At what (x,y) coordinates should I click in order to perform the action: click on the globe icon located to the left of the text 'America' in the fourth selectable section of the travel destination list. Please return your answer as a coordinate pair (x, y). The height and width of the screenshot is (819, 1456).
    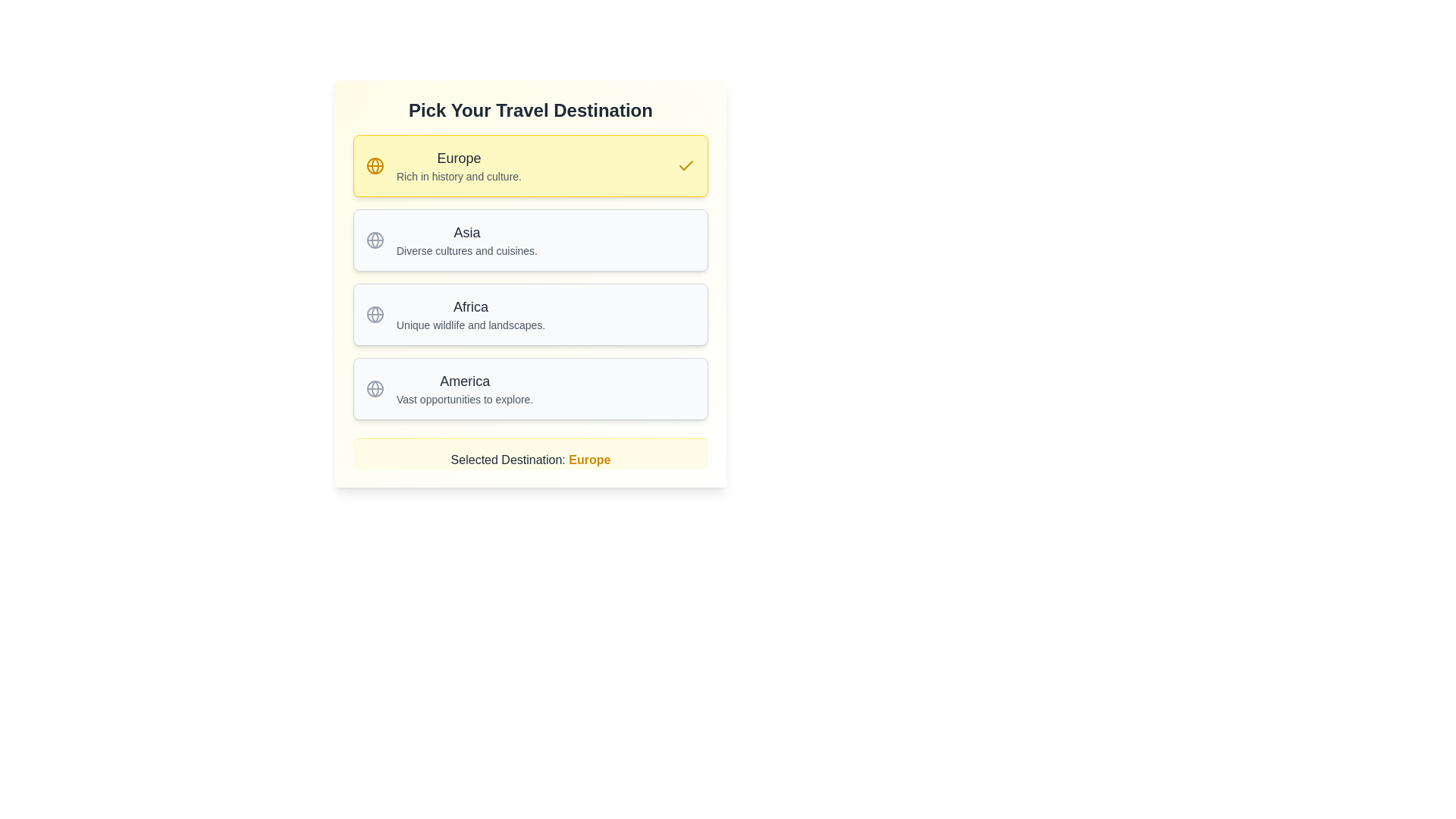
    Looking at the image, I should click on (375, 388).